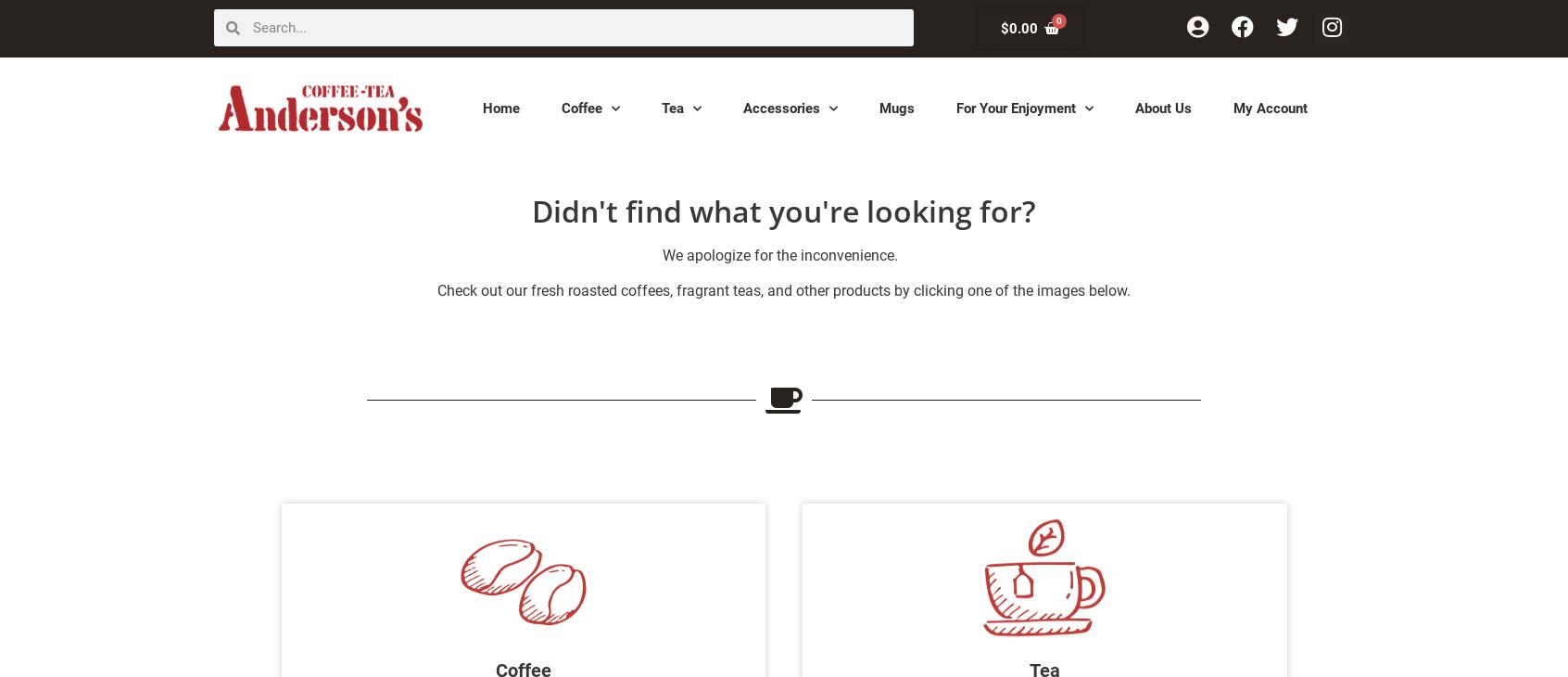  I want to click on 'My Account', so click(1271, 106).